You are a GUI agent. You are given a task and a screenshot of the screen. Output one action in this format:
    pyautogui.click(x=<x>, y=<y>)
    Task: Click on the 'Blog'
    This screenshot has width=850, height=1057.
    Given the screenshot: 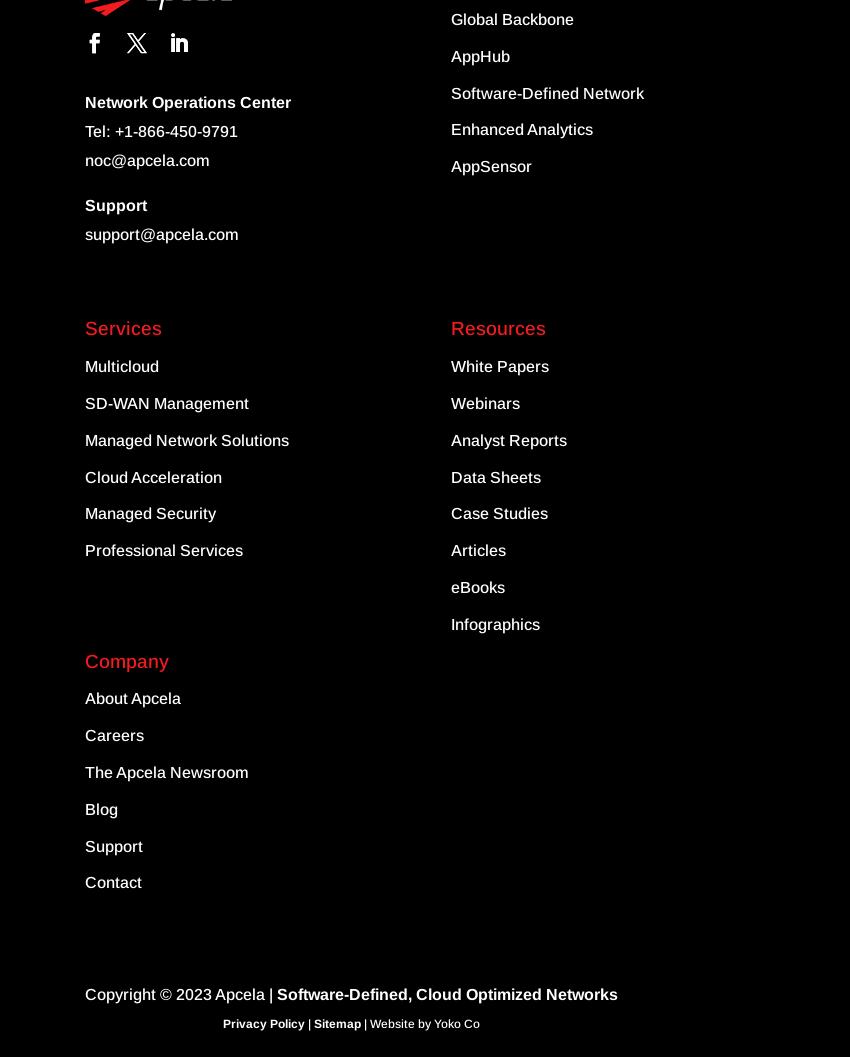 What is the action you would take?
    pyautogui.click(x=100, y=808)
    